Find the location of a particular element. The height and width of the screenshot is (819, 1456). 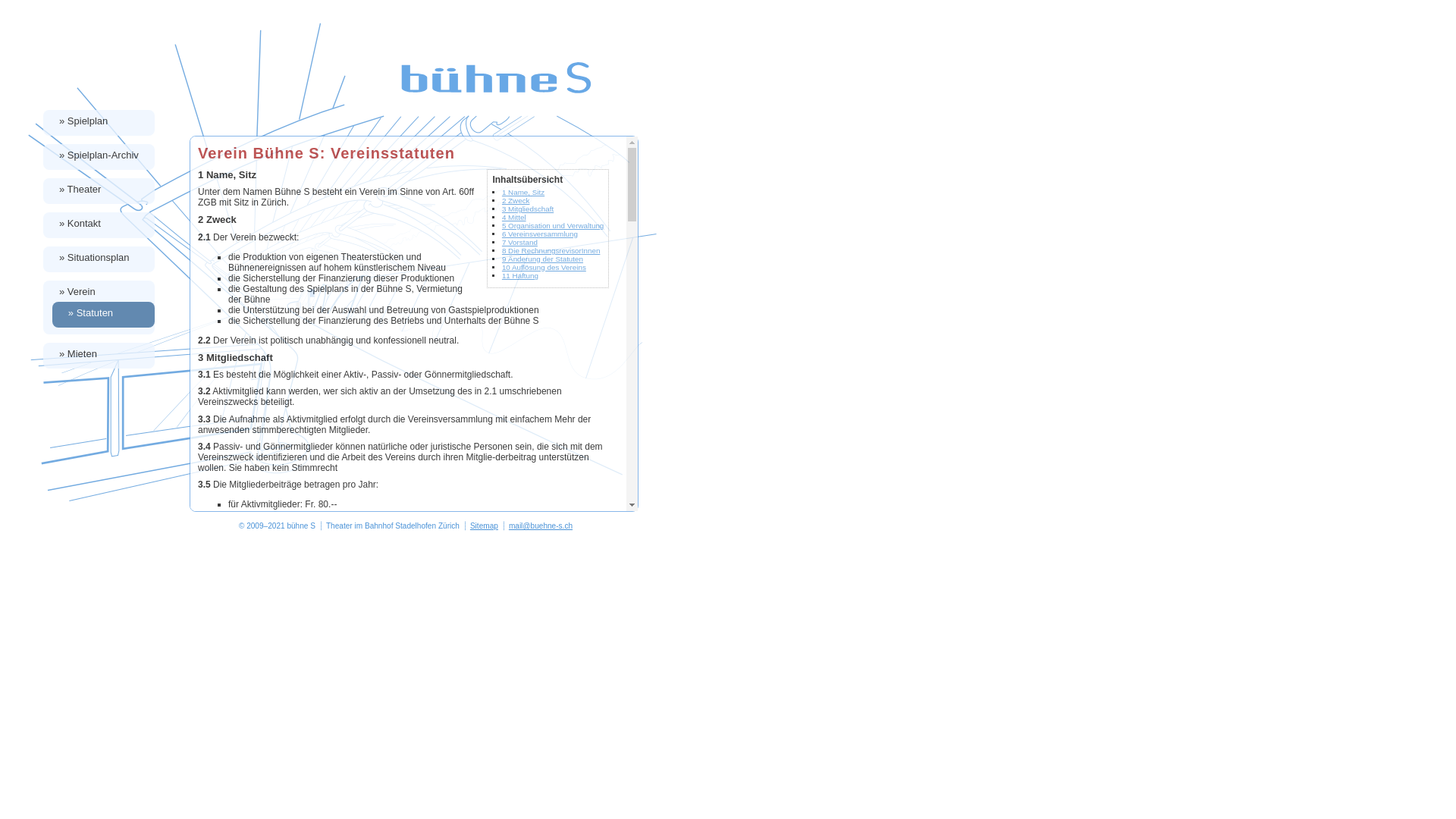

'Sitemap' is located at coordinates (483, 525).